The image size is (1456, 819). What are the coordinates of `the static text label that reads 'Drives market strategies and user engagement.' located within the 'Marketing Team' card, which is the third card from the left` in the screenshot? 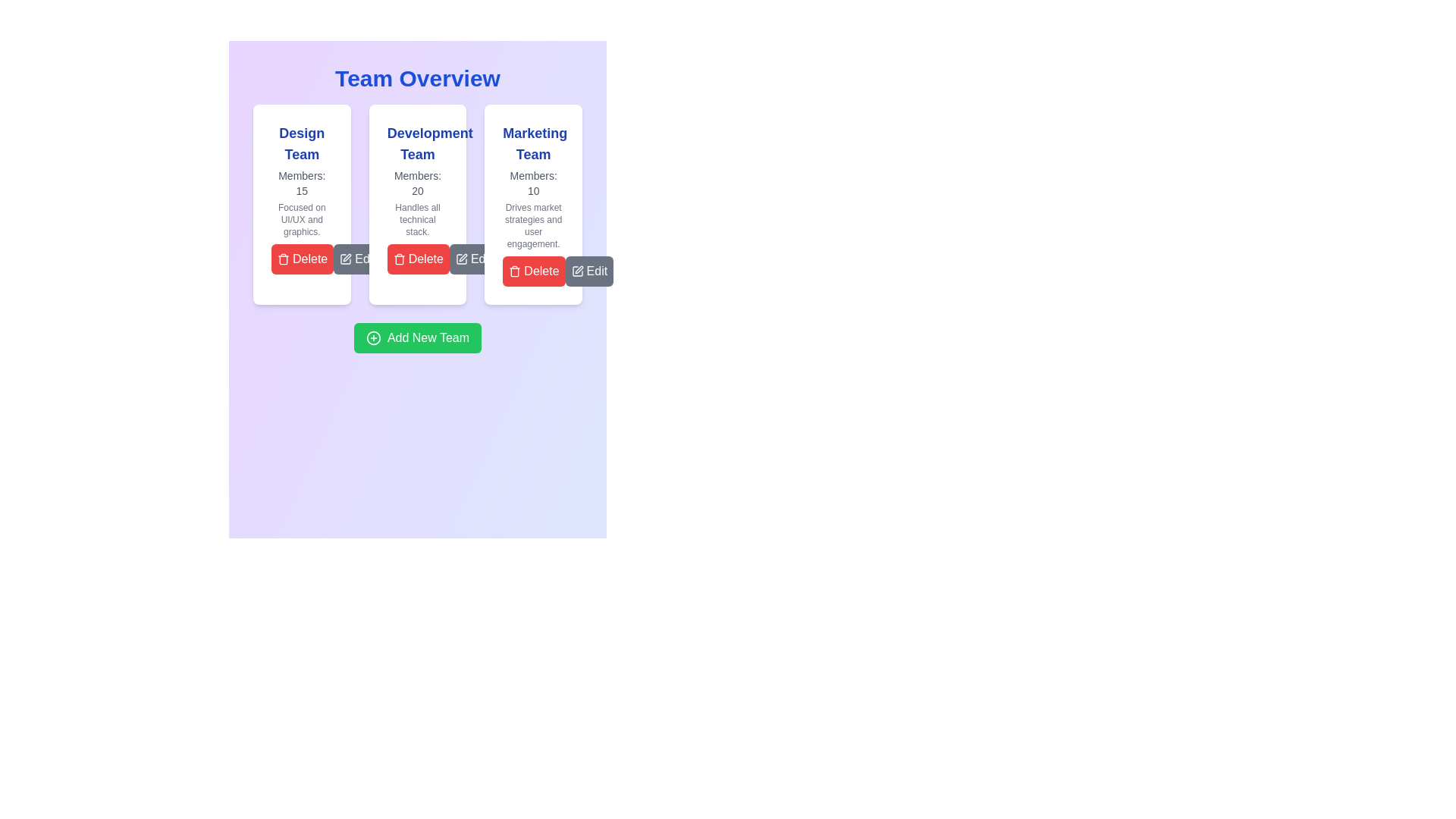 It's located at (533, 225).